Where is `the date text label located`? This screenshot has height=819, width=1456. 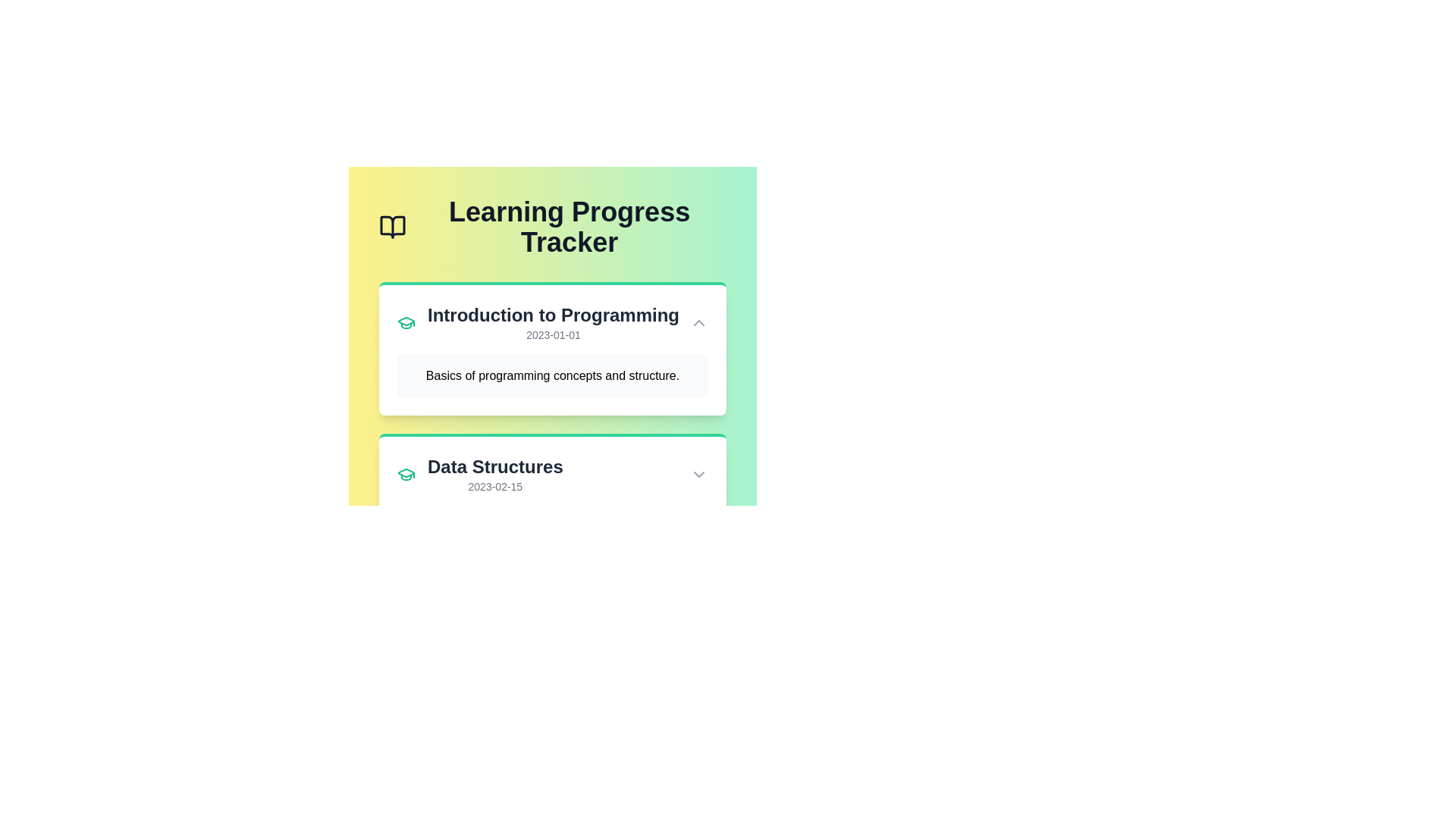
the date text label located is located at coordinates (552, 334).